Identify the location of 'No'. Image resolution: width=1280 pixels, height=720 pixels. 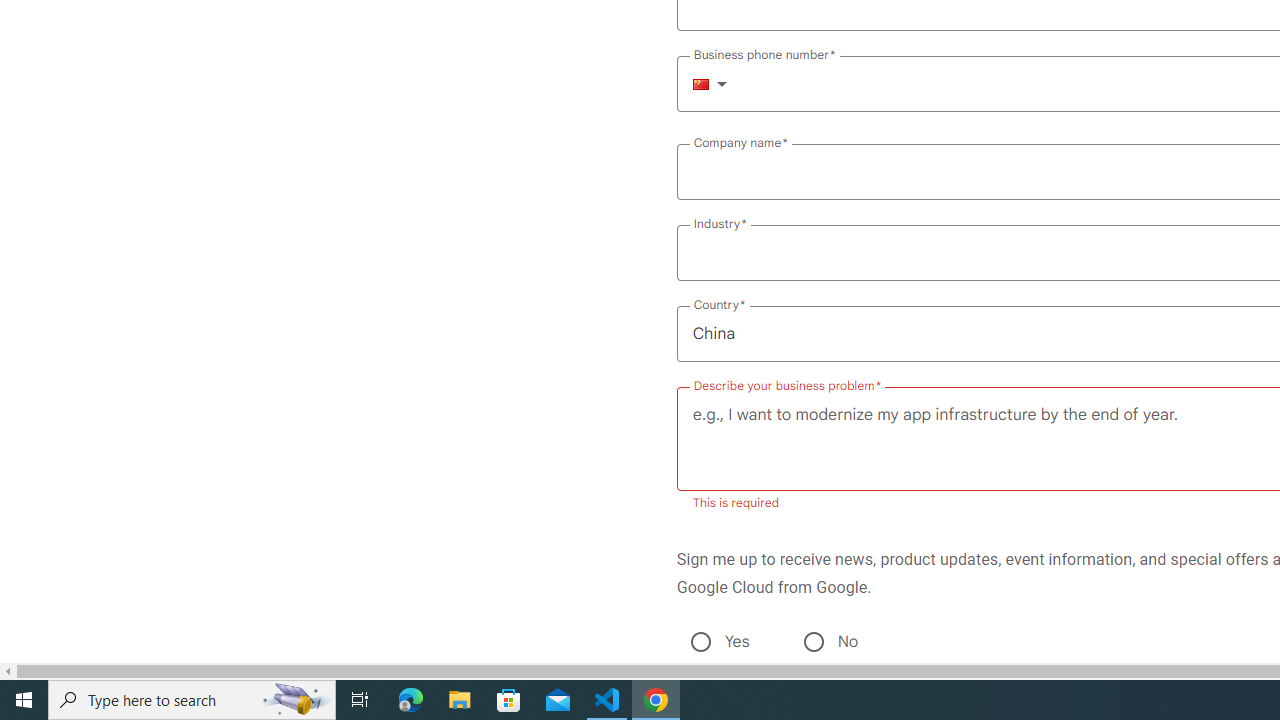
(813, 641).